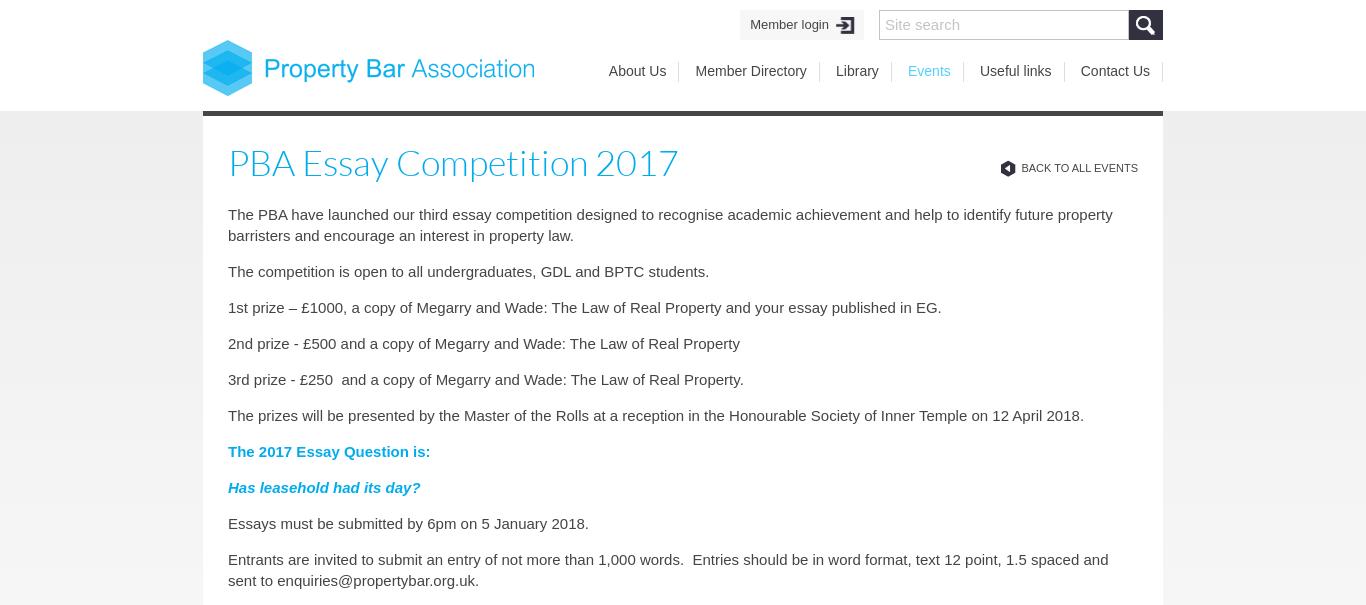 The width and height of the screenshot is (1366, 605). Describe the element at coordinates (1078, 168) in the screenshot. I see `'Back to all events'` at that location.